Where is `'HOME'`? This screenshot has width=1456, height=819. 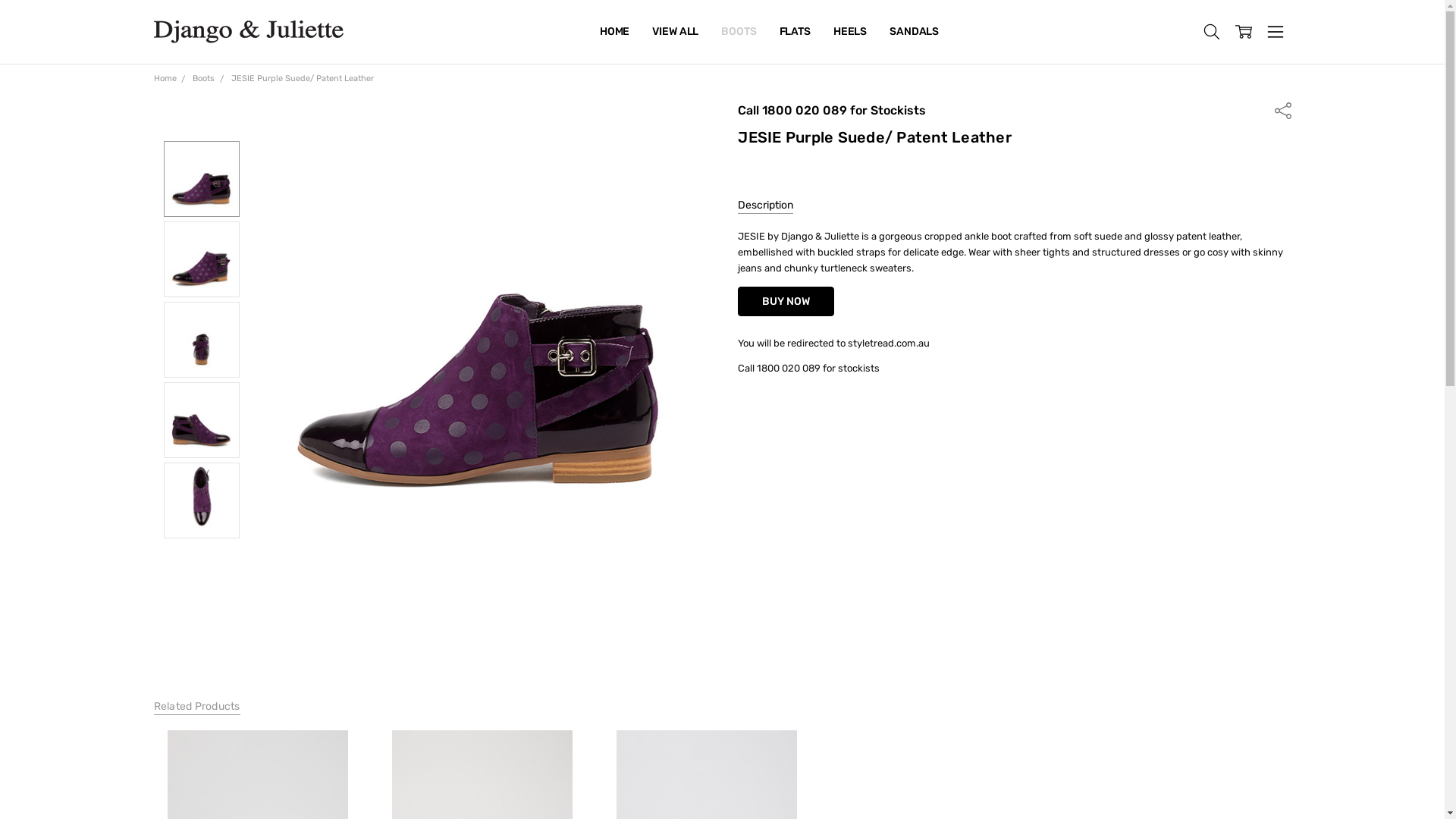 'HOME' is located at coordinates (614, 32).